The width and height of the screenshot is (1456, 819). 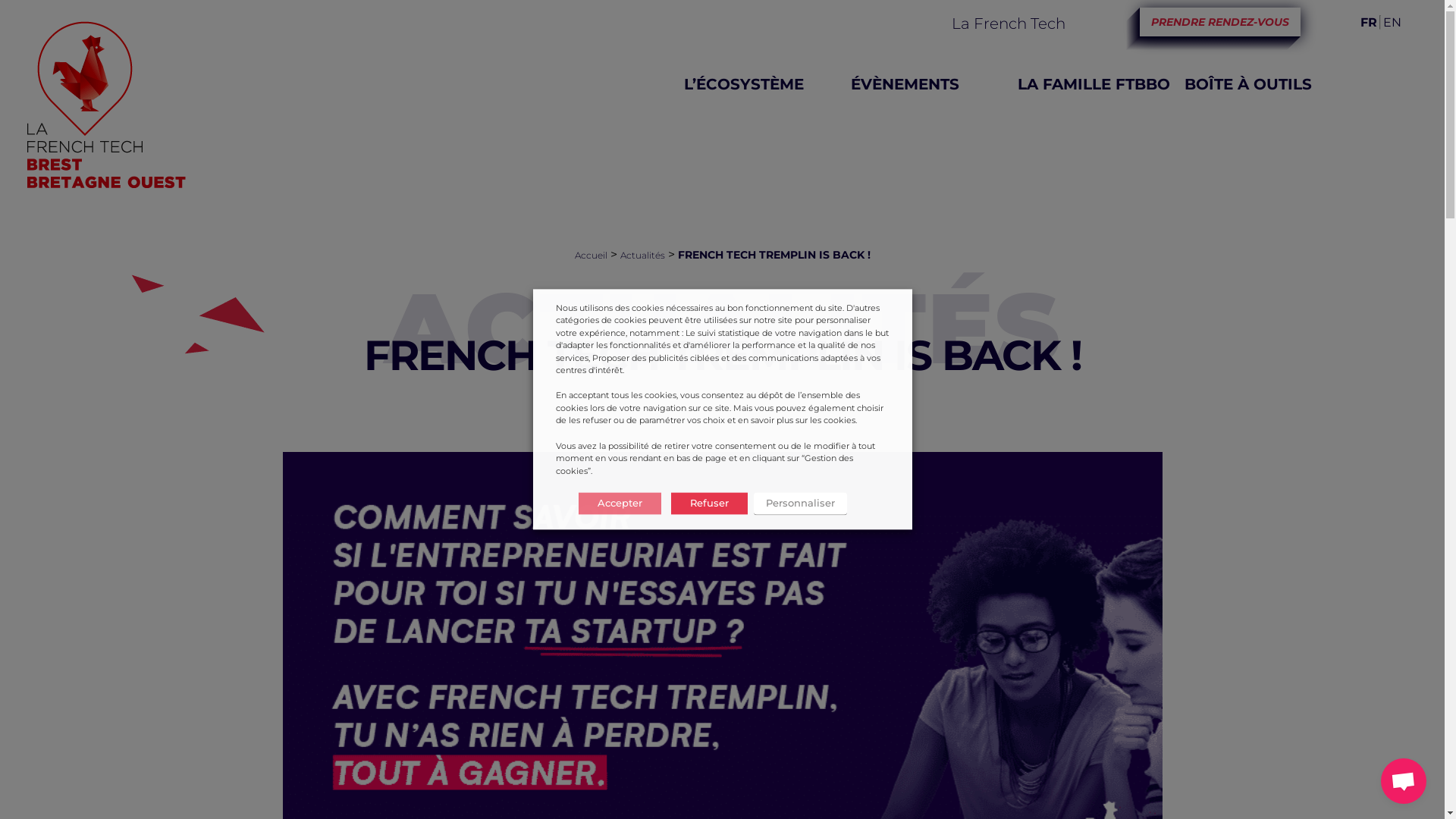 I want to click on 'Refuser', so click(x=708, y=504).